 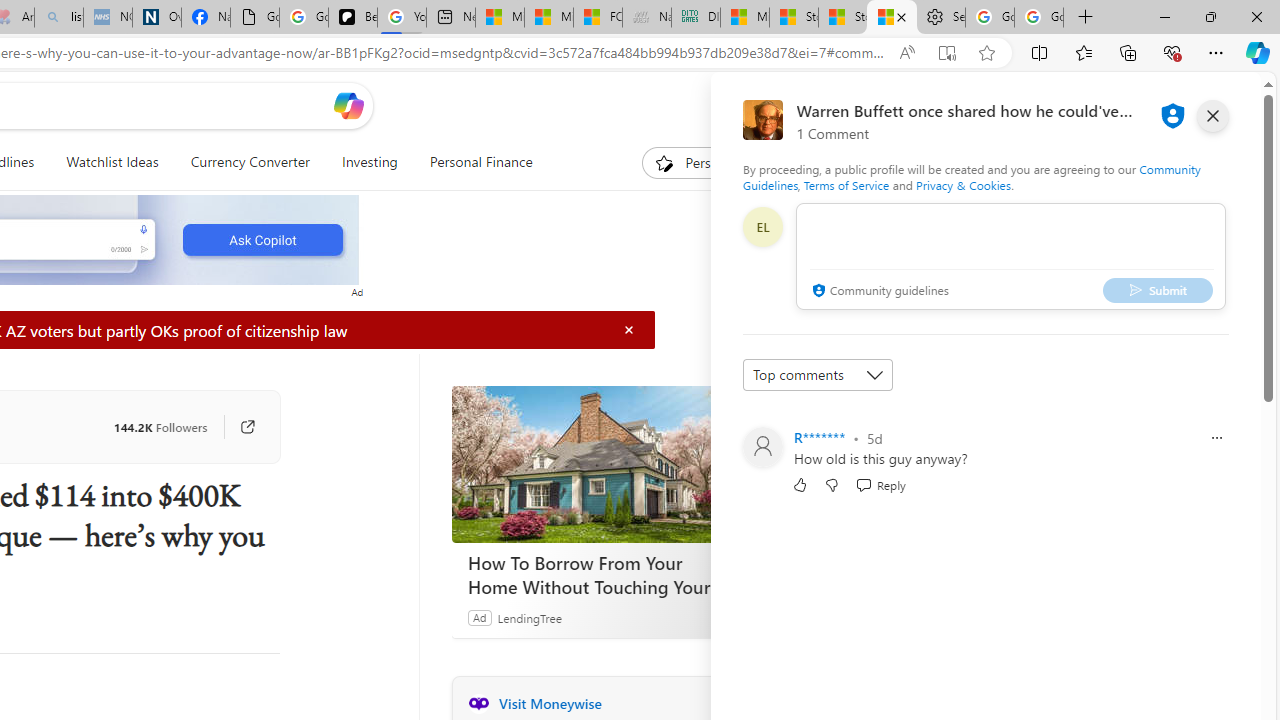 What do you see at coordinates (353, 17) in the screenshot?
I see `'Be Smart | creating Science videos | Patreon'` at bounding box center [353, 17].